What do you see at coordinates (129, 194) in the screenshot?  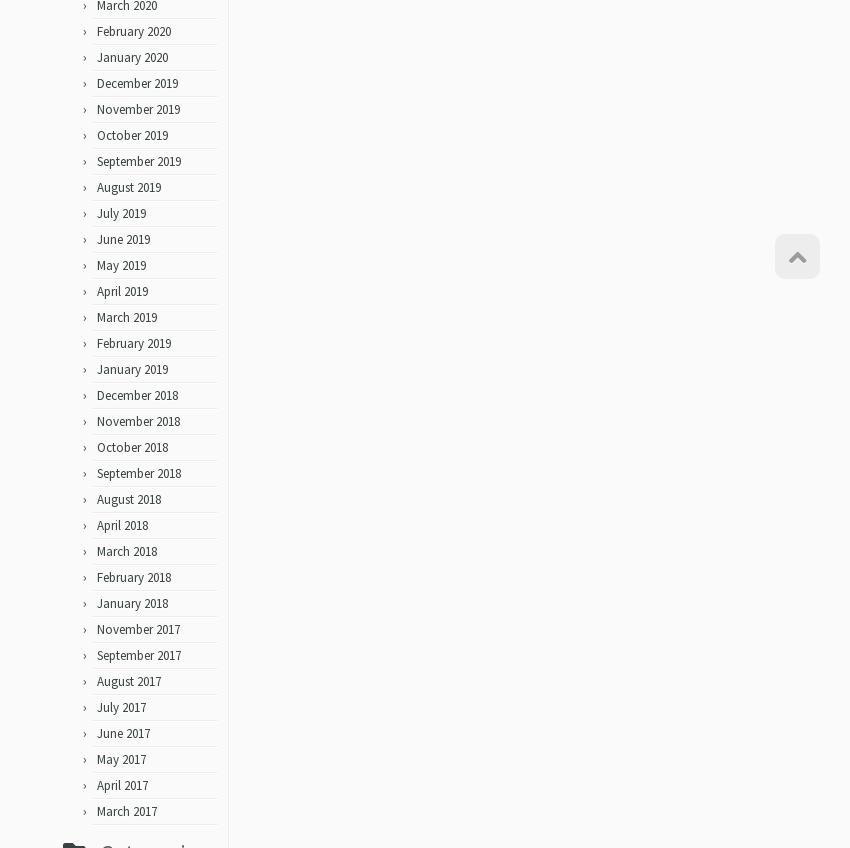 I see `'August 2019'` at bounding box center [129, 194].